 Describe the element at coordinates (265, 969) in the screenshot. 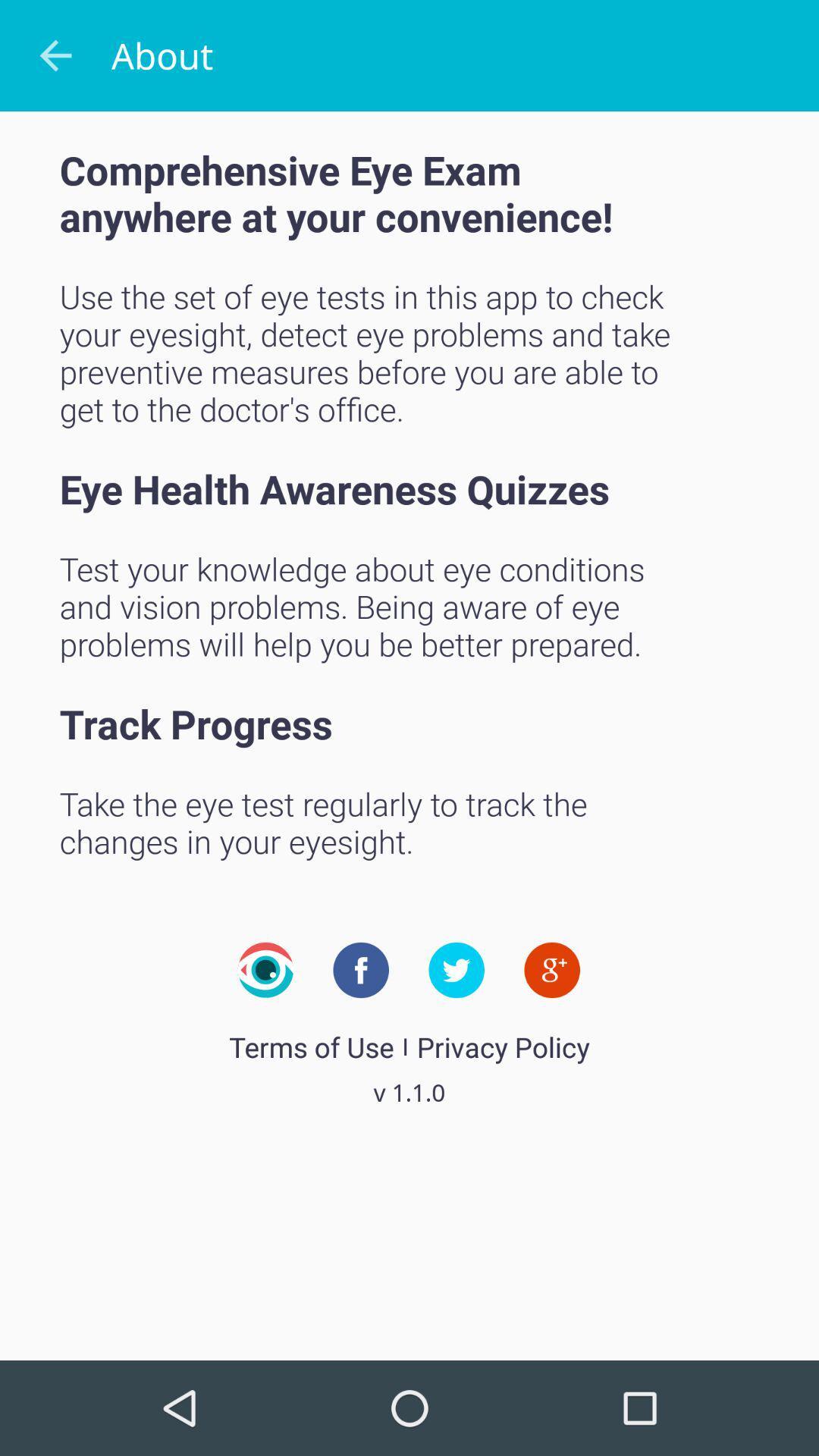

I see `icon above the terms of use` at that location.